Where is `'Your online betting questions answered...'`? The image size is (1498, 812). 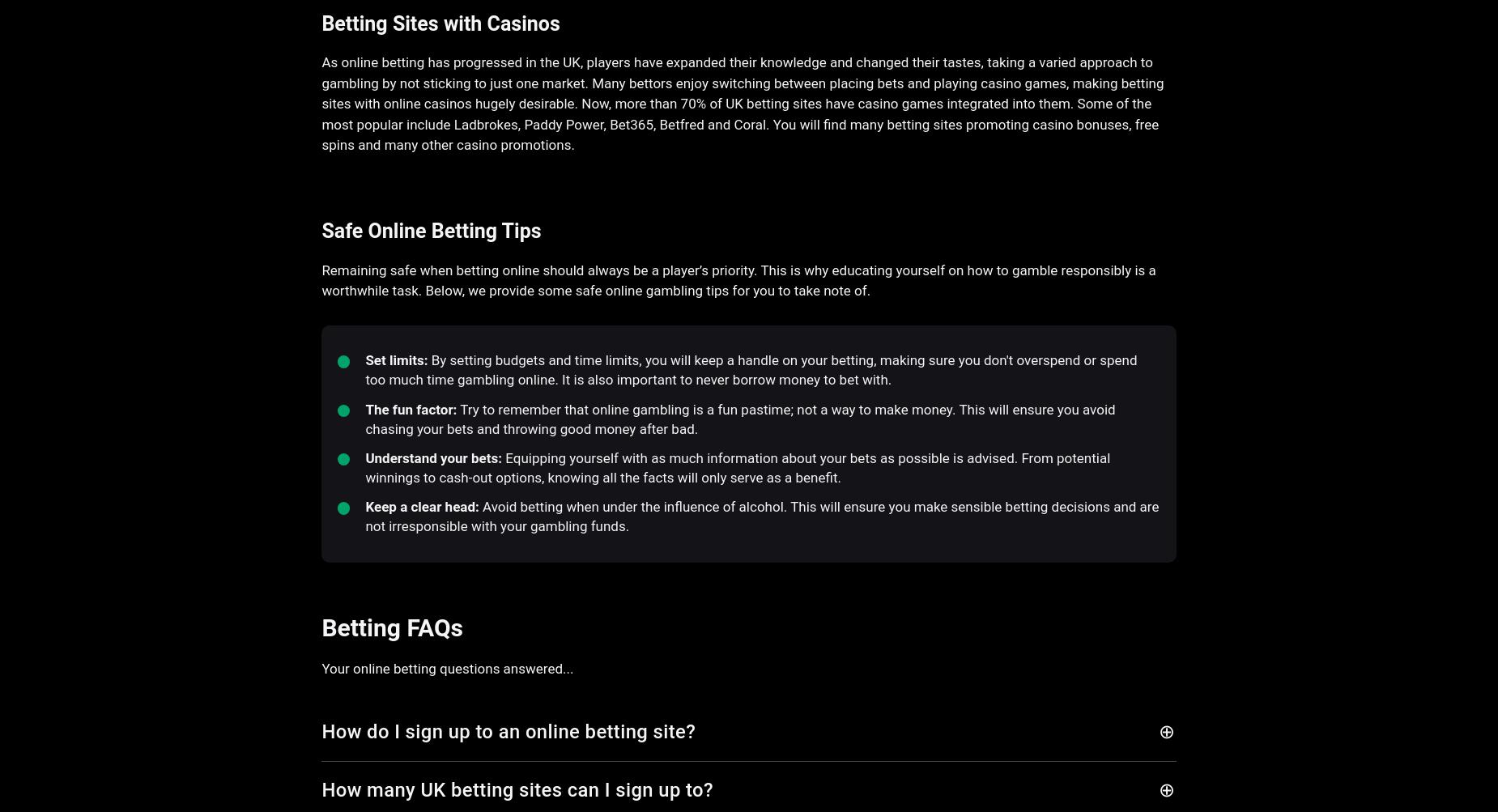
'Your online betting questions answered...' is located at coordinates (447, 668).